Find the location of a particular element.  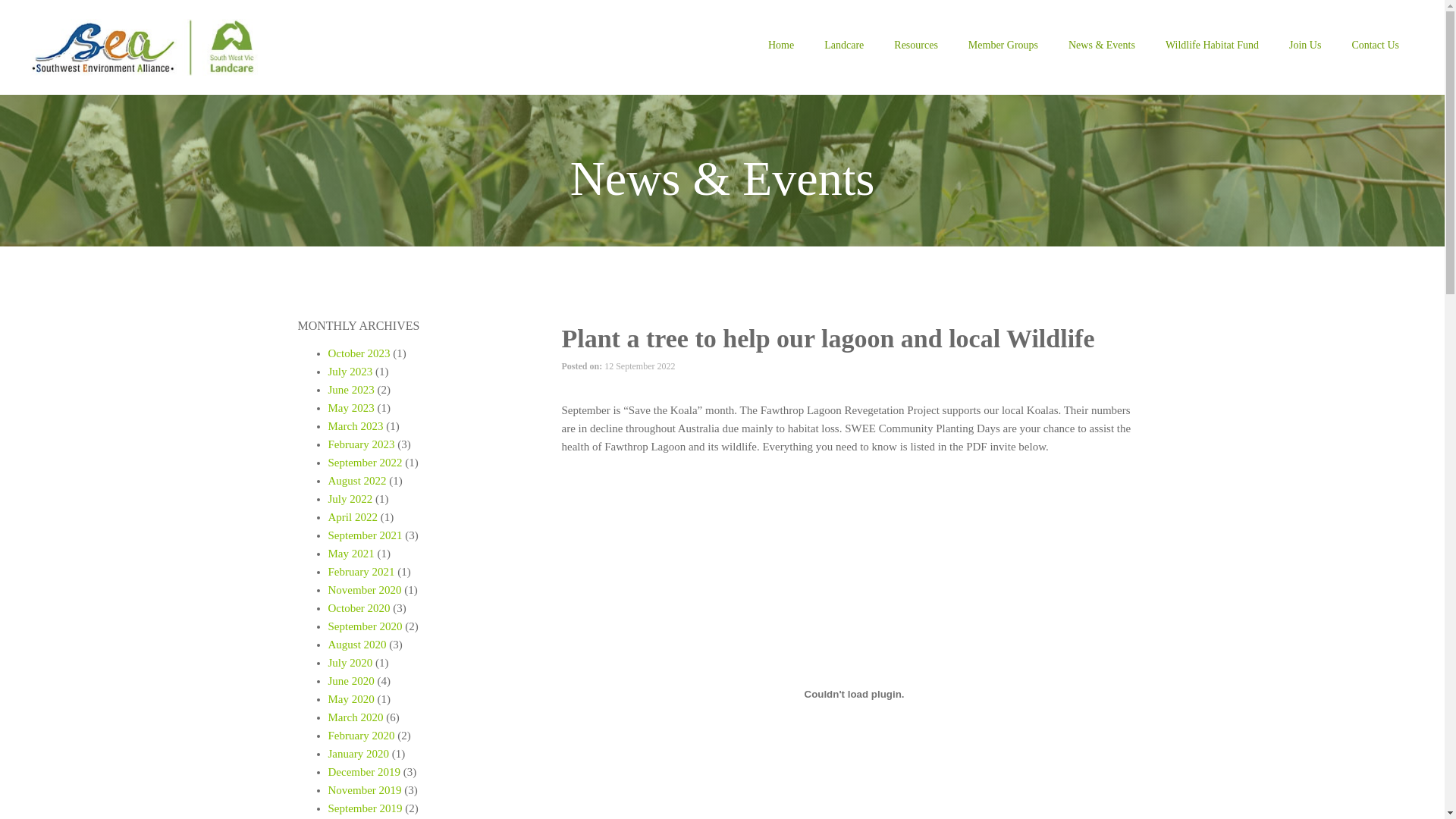

'September 2020' is located at coordinates (327, 626).